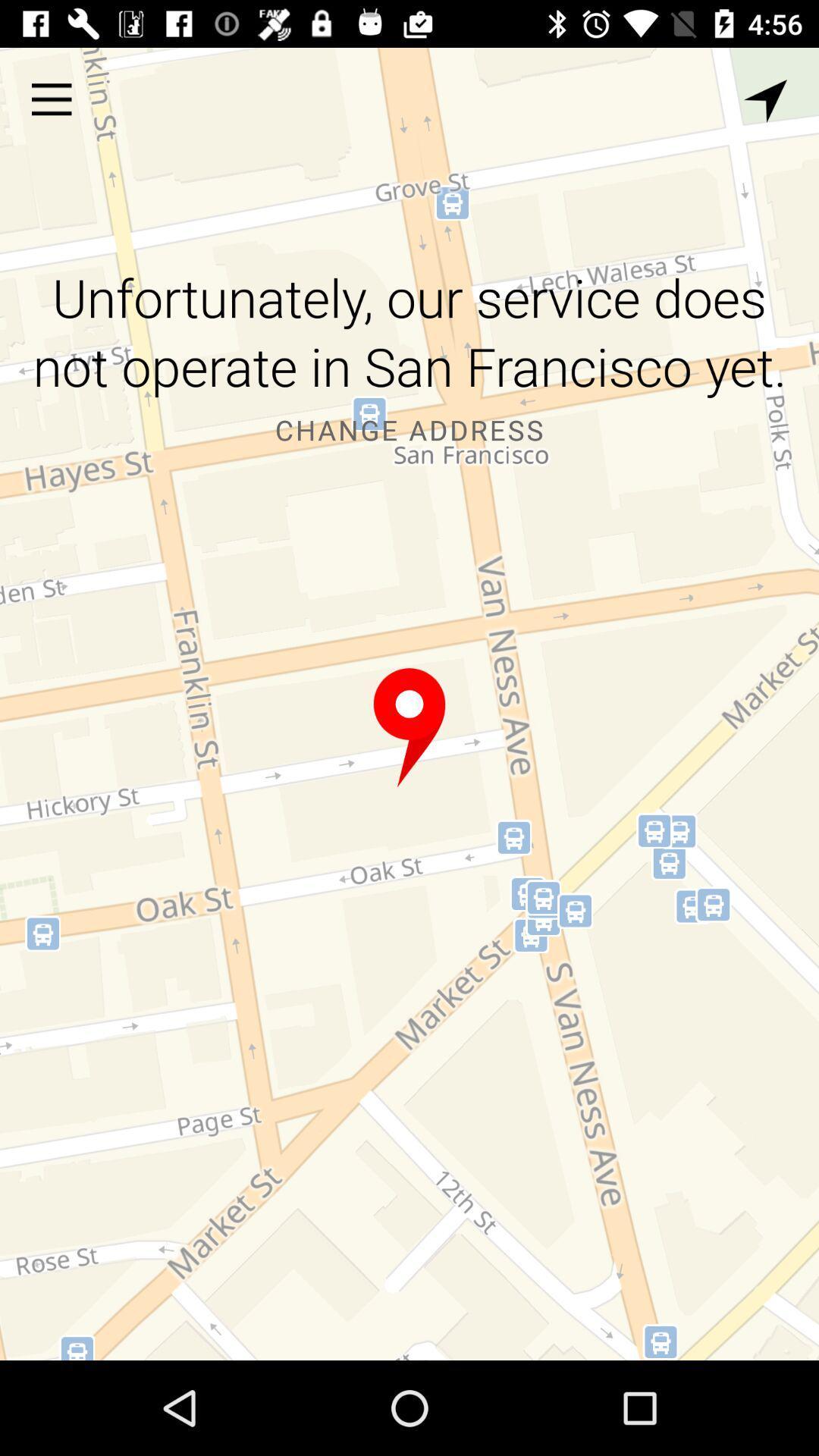 The height and width of the screenshot is (1456, 819). Describe the element at coordinates (51, 99) in the screenshot. I see `click for full menu` at that location.